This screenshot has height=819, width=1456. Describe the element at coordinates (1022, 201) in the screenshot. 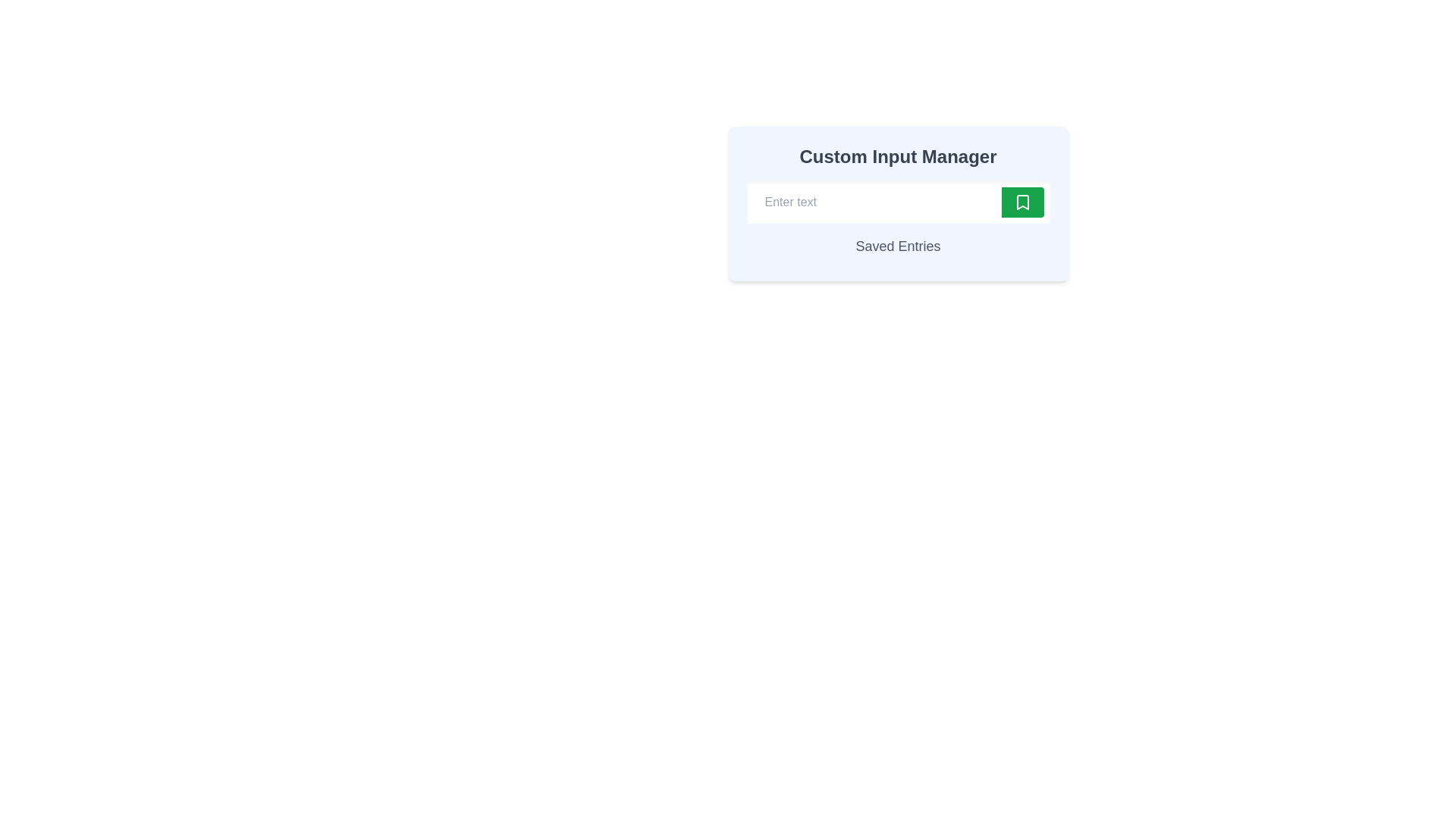

I see `the bookmark-shaped icon within the green rectangular button located to the right of the 'Enter text' input field in the 'Custom Input Manager' panel` at that location.